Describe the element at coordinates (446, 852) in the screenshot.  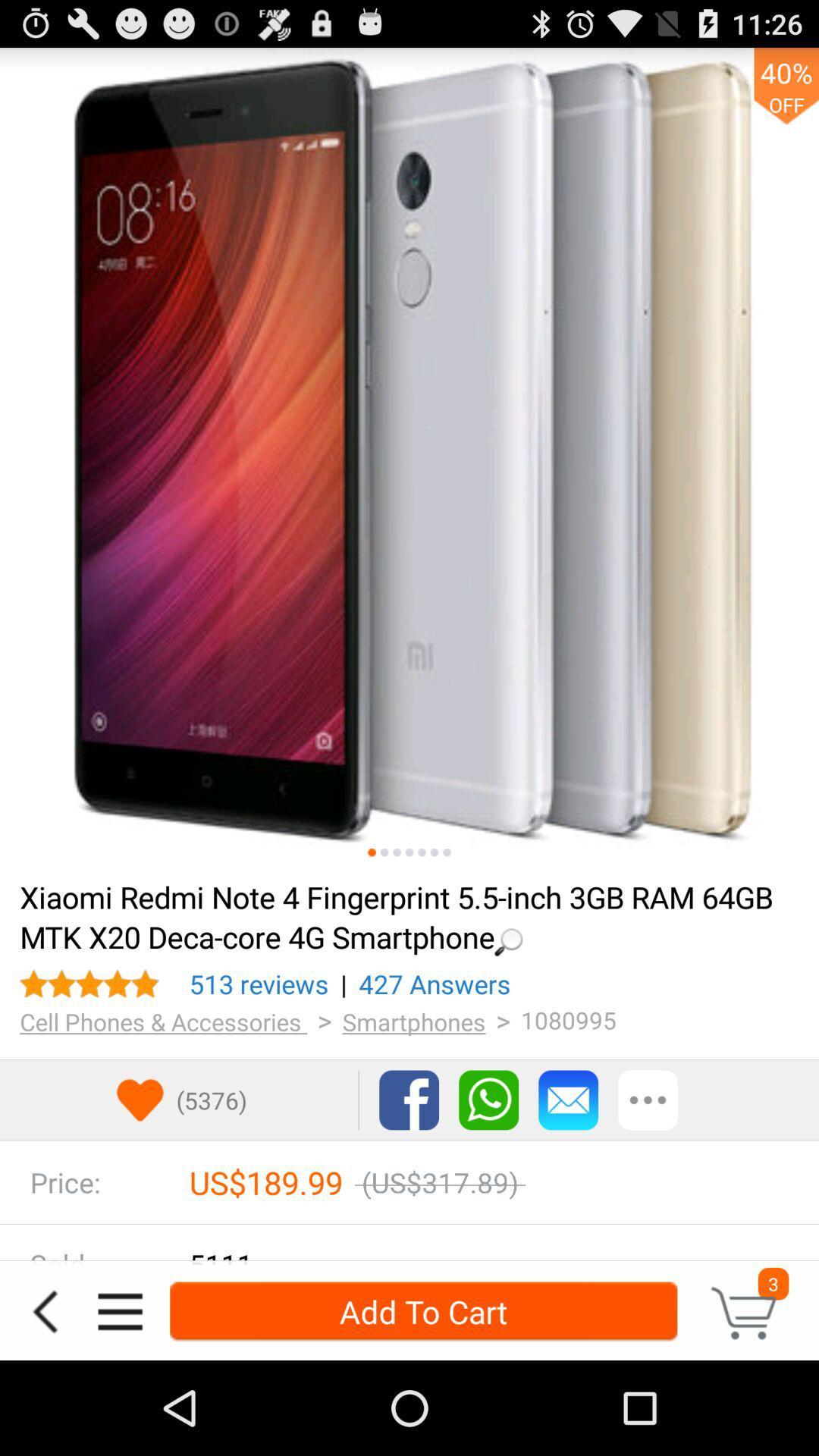
I see `the item above loading... icon` at that location.